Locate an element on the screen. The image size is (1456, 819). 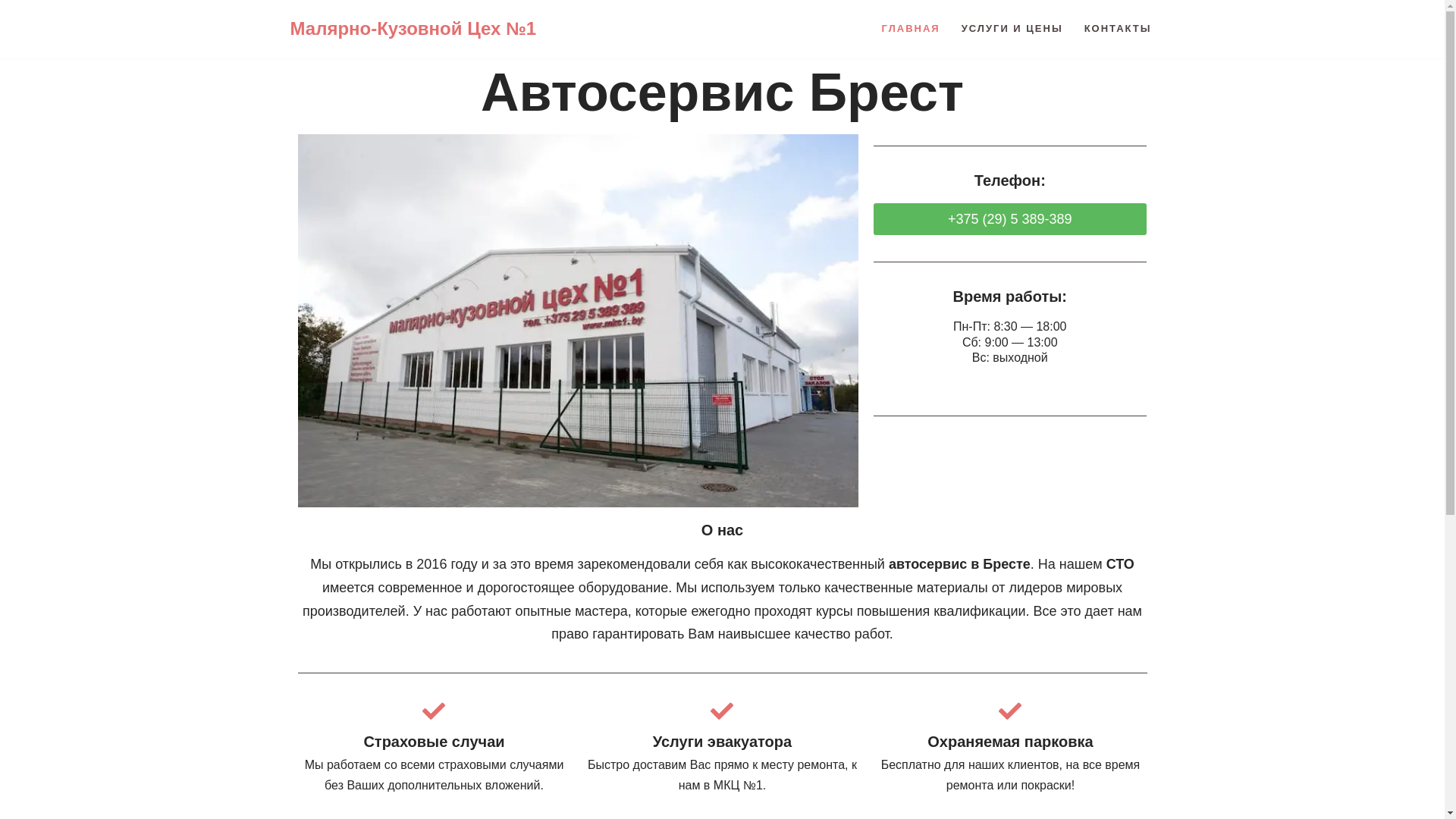
'+375 (29) 5 389-389' is located at coordinates (1009, 219).